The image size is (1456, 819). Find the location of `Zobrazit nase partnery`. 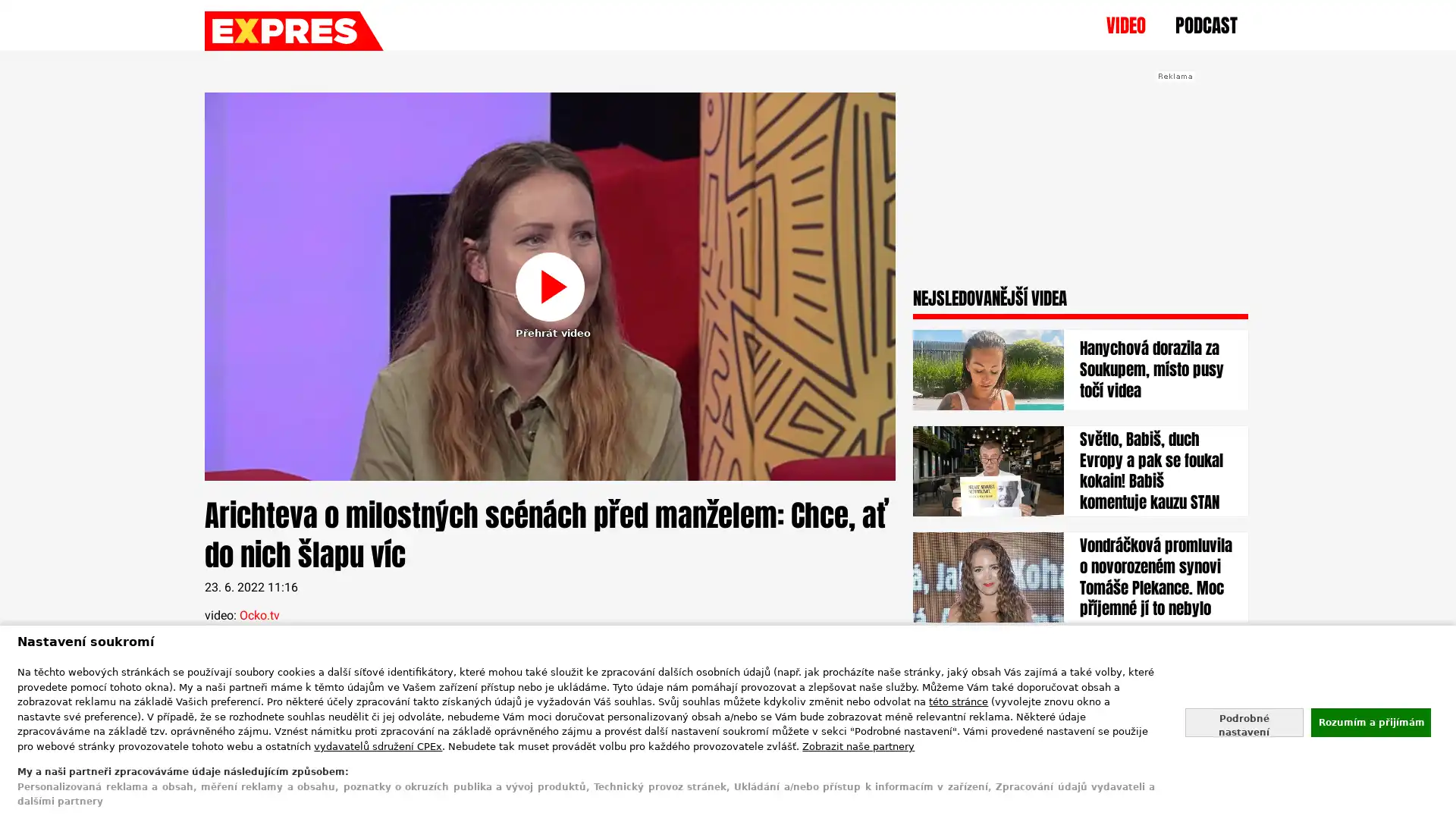

Zobrazit nase partnery is located at coordinates (858, 745).